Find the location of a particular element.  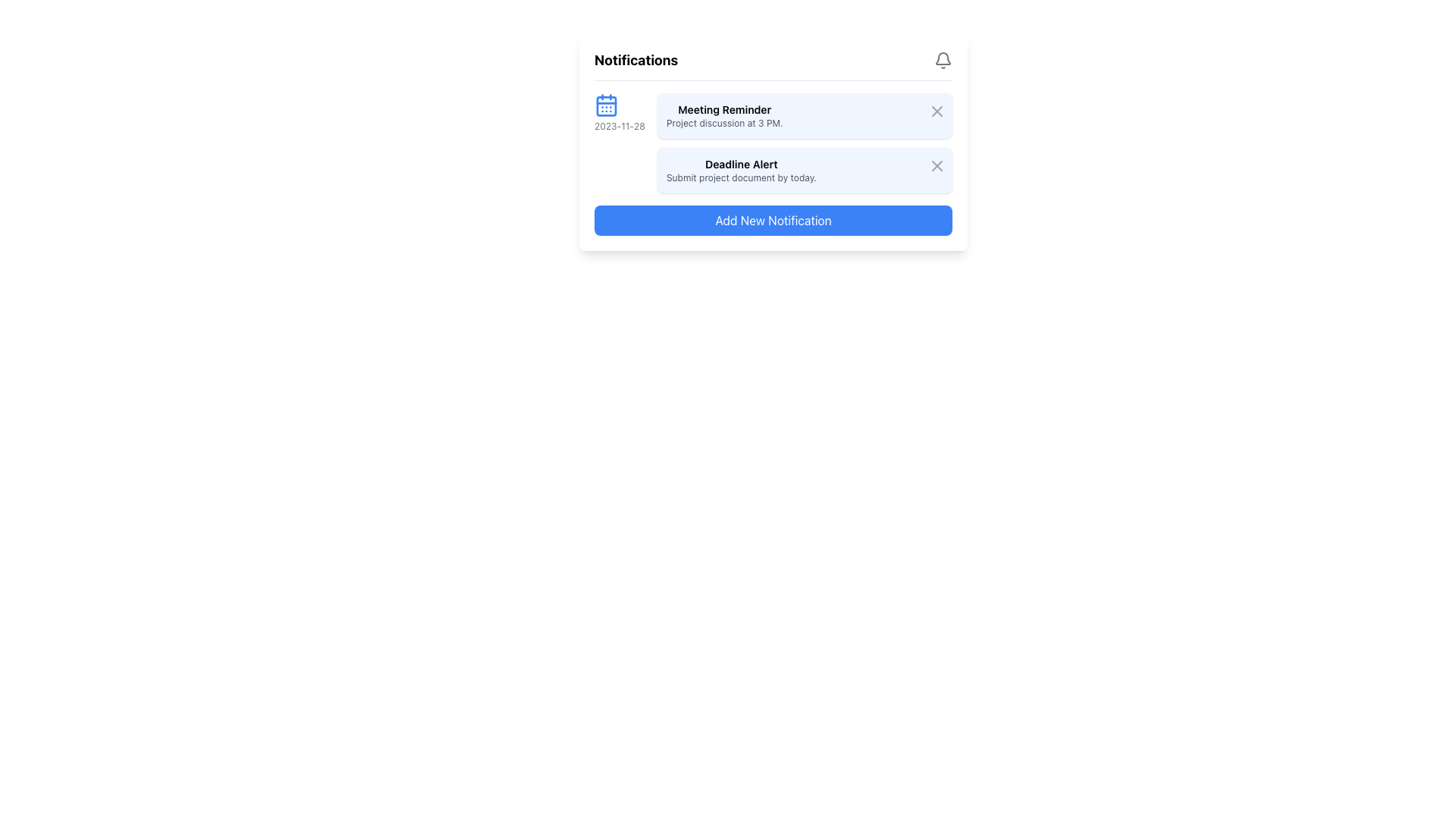

static text displaying 'Submit project document by today.' which is located below the main heading 'Deadline Alert' in a notification card is located at coordinates (741, 177).